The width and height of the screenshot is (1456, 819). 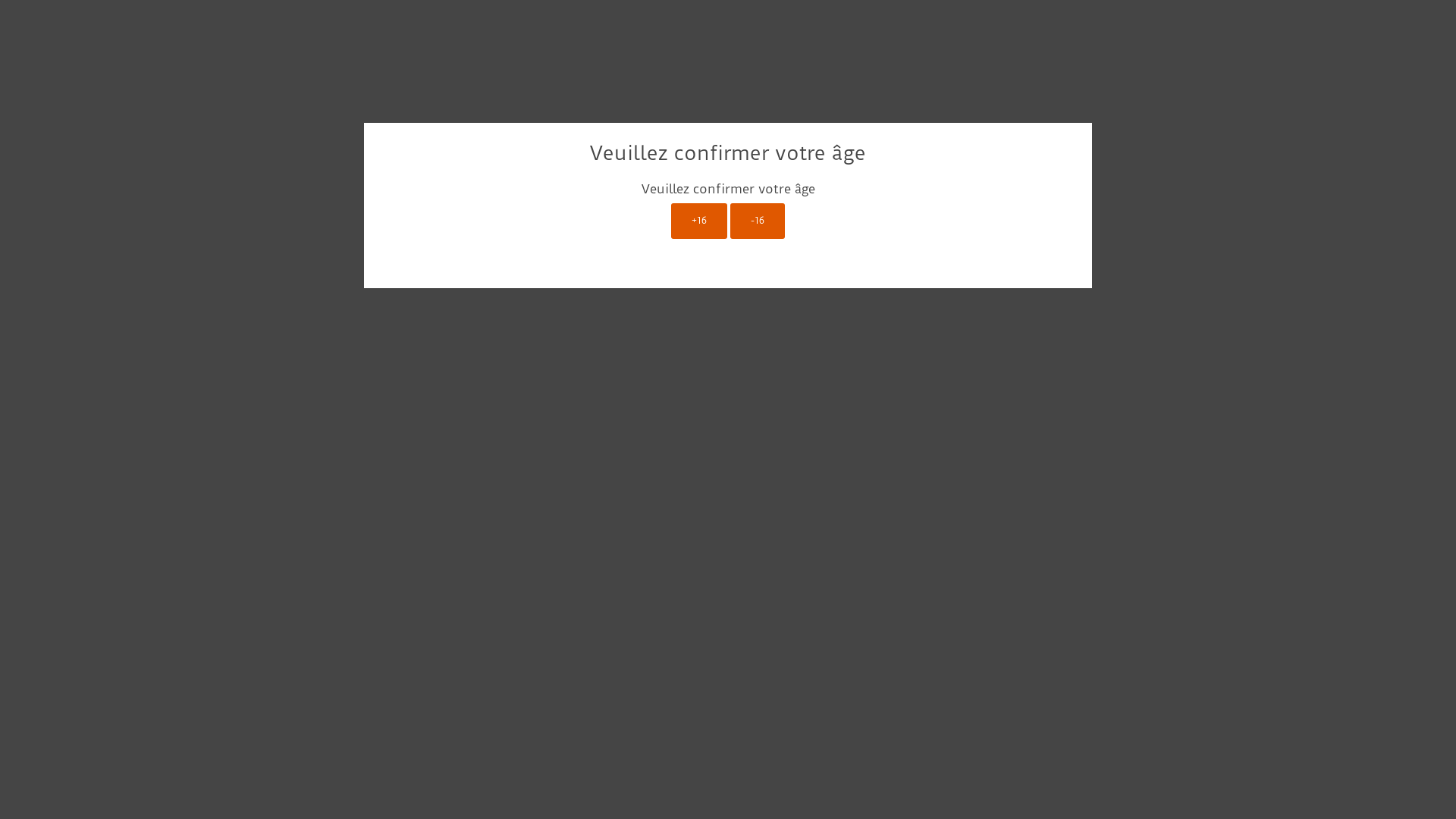 What do you see at coordinates (698, 221) in the screenshot?
I see `'+16'` at bounding box center [698, 221].